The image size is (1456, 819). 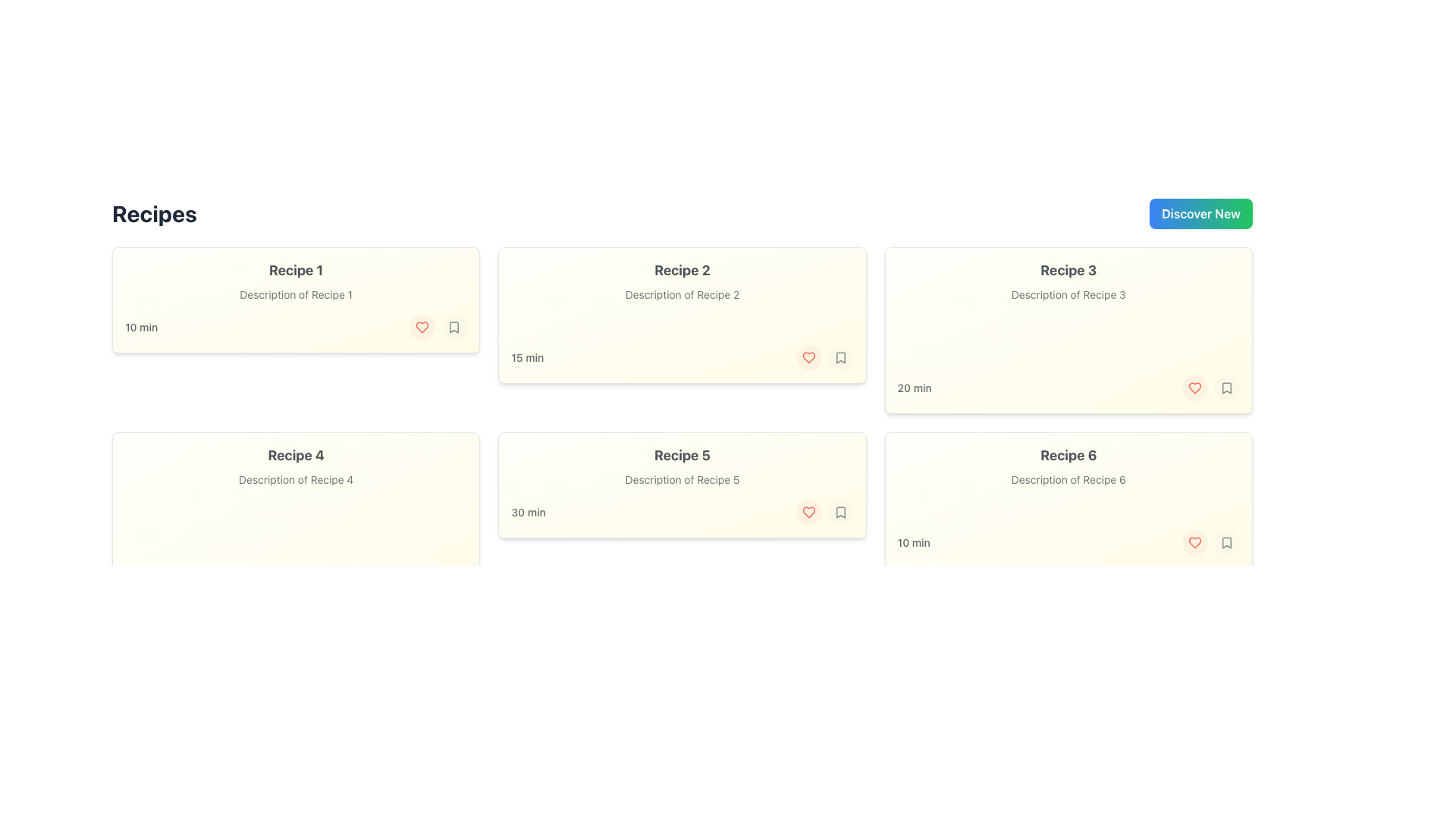 I want to click on bold, large-sized text labeled 'Recipe 6' which is positioned in the upper section of the recipe card, so click(x=1068, y=455).